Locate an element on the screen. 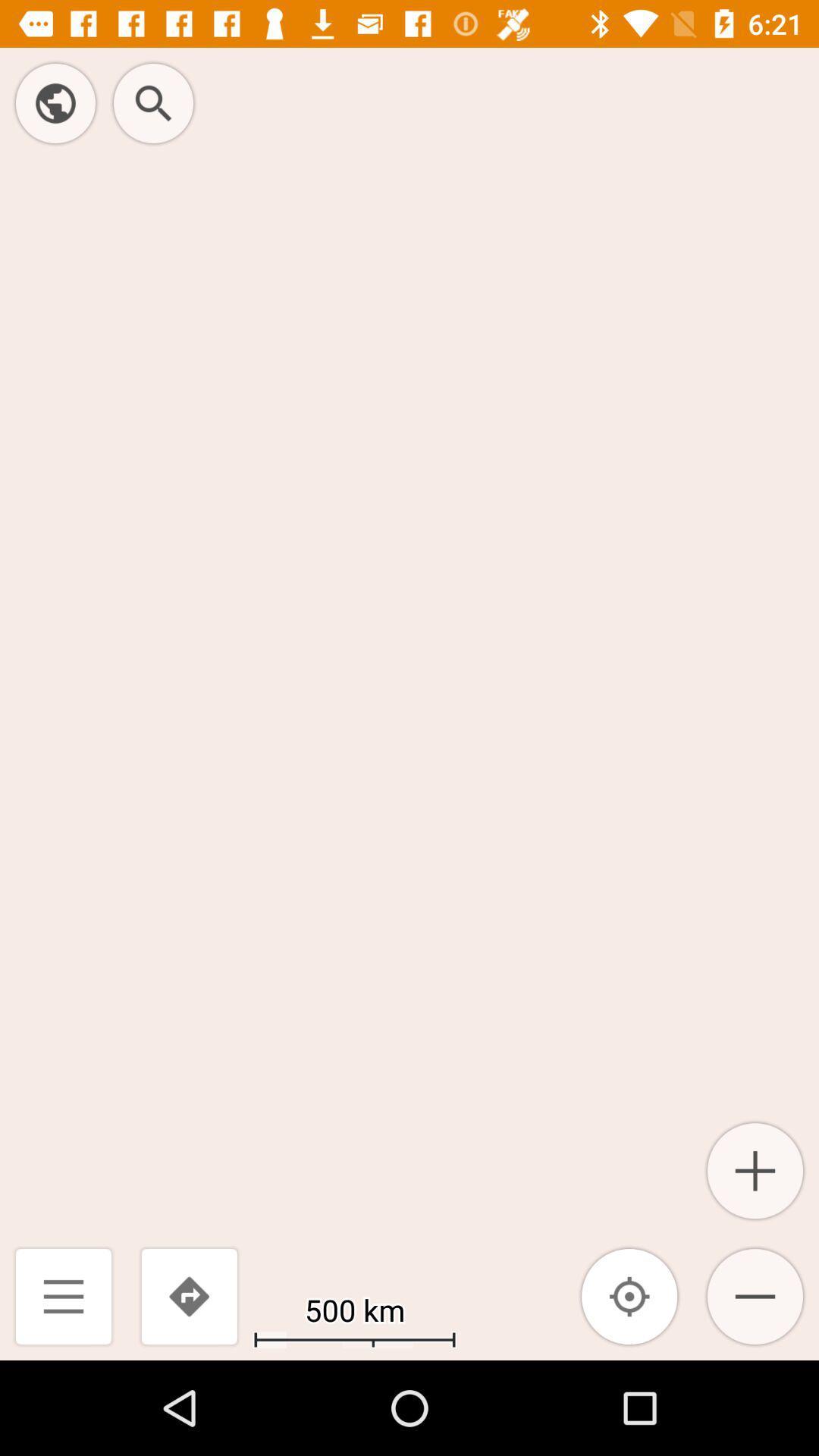 The height and width of the screenshot is (1456, 819). the globe icon is located at coordinates (55, 102).